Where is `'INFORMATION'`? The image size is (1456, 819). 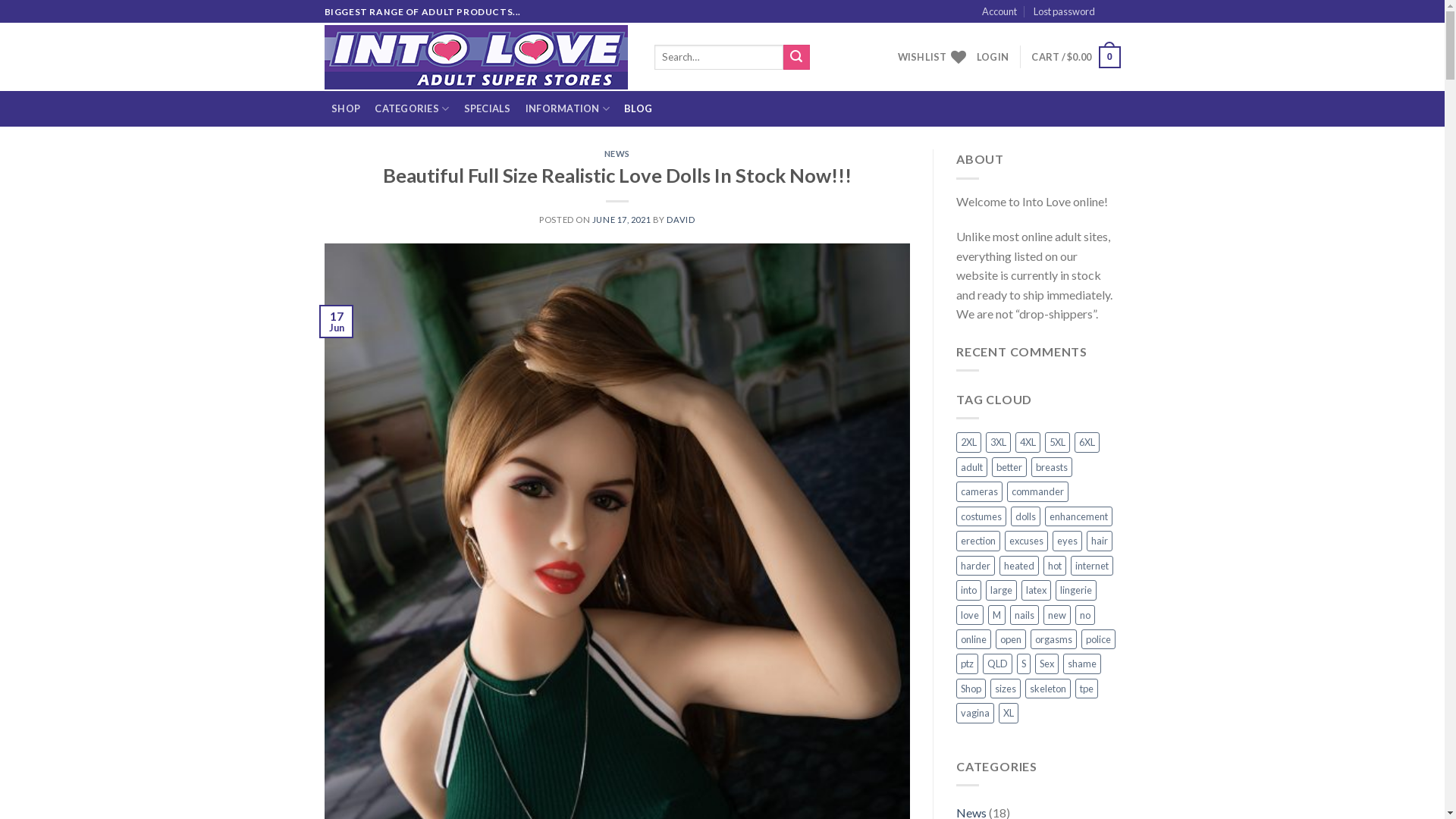 'INFORMATION' is located at coordinates (566, 108).